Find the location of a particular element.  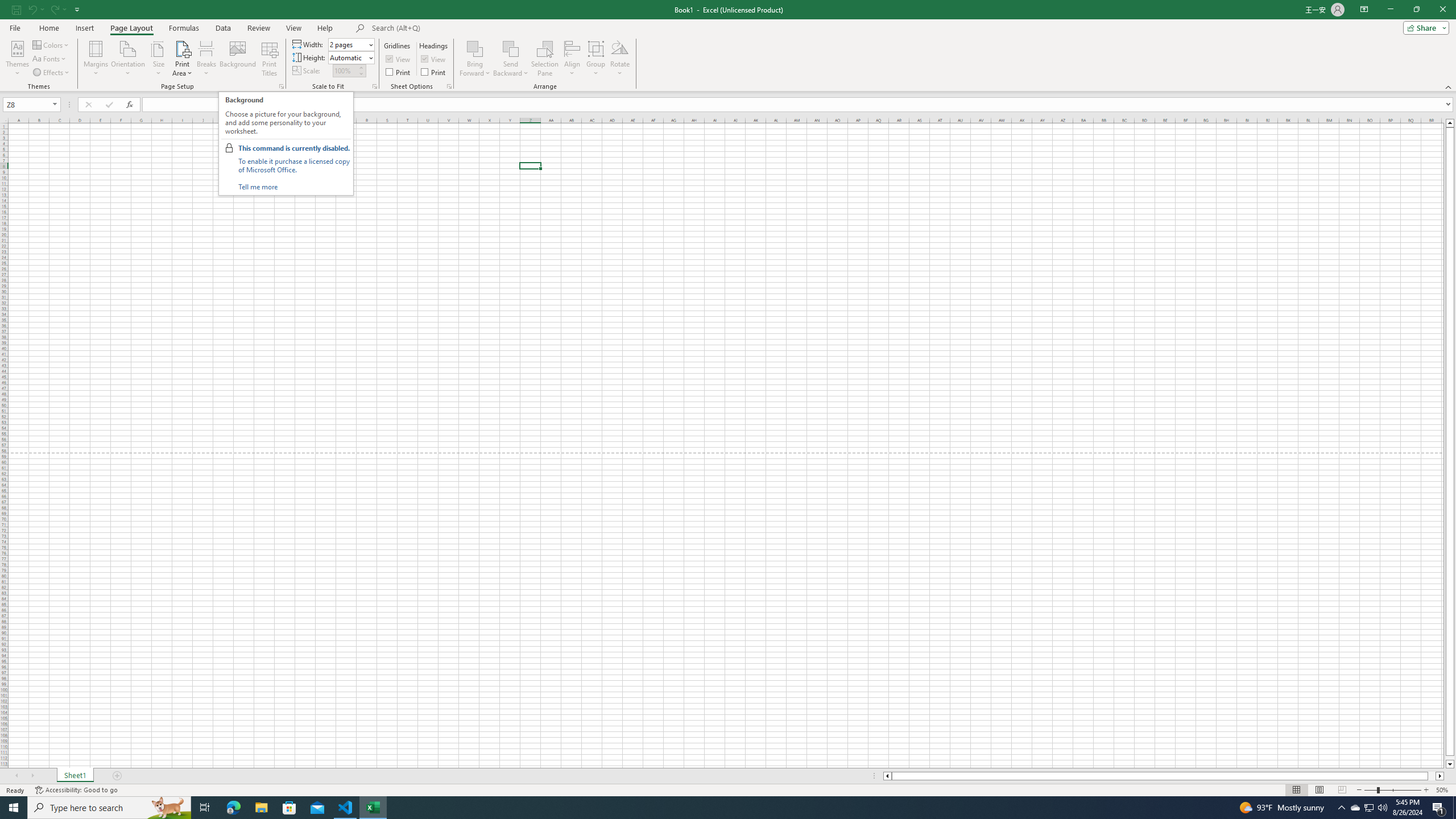

'Width' is located at coordinates (350, 44).